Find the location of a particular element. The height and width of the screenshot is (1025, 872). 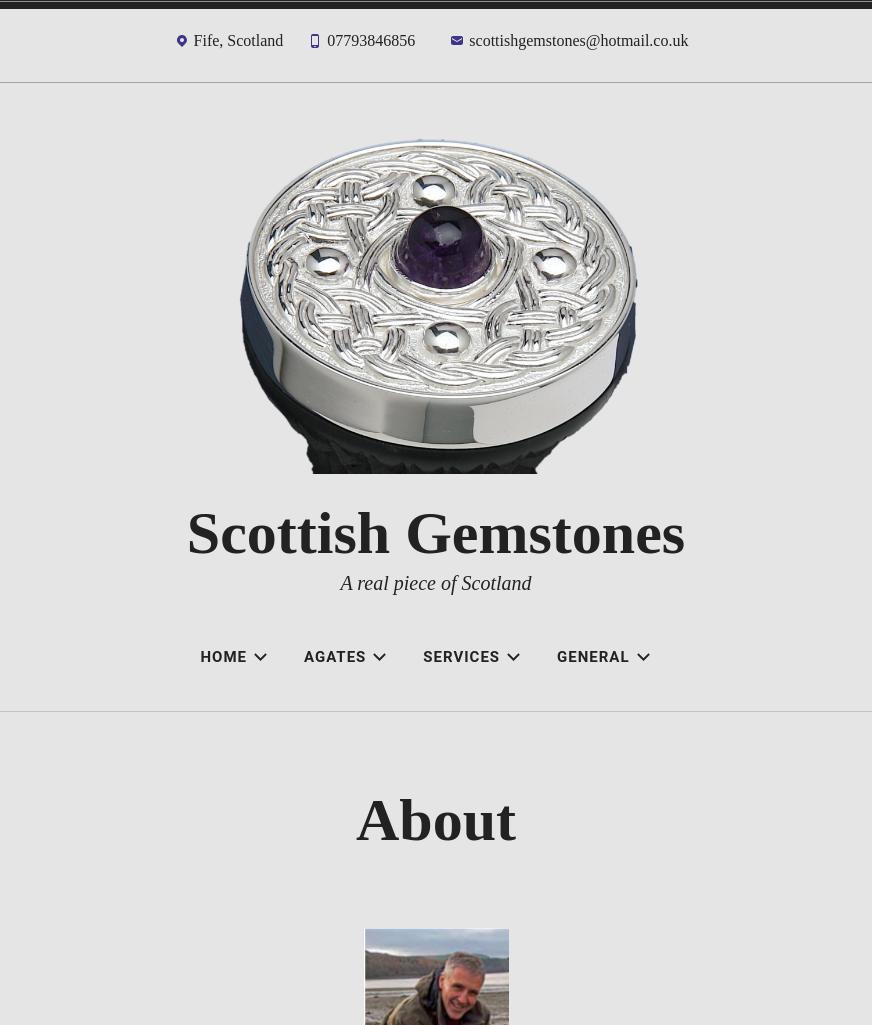

'A real piece of Scotland' is located at coordinates (435, 581).